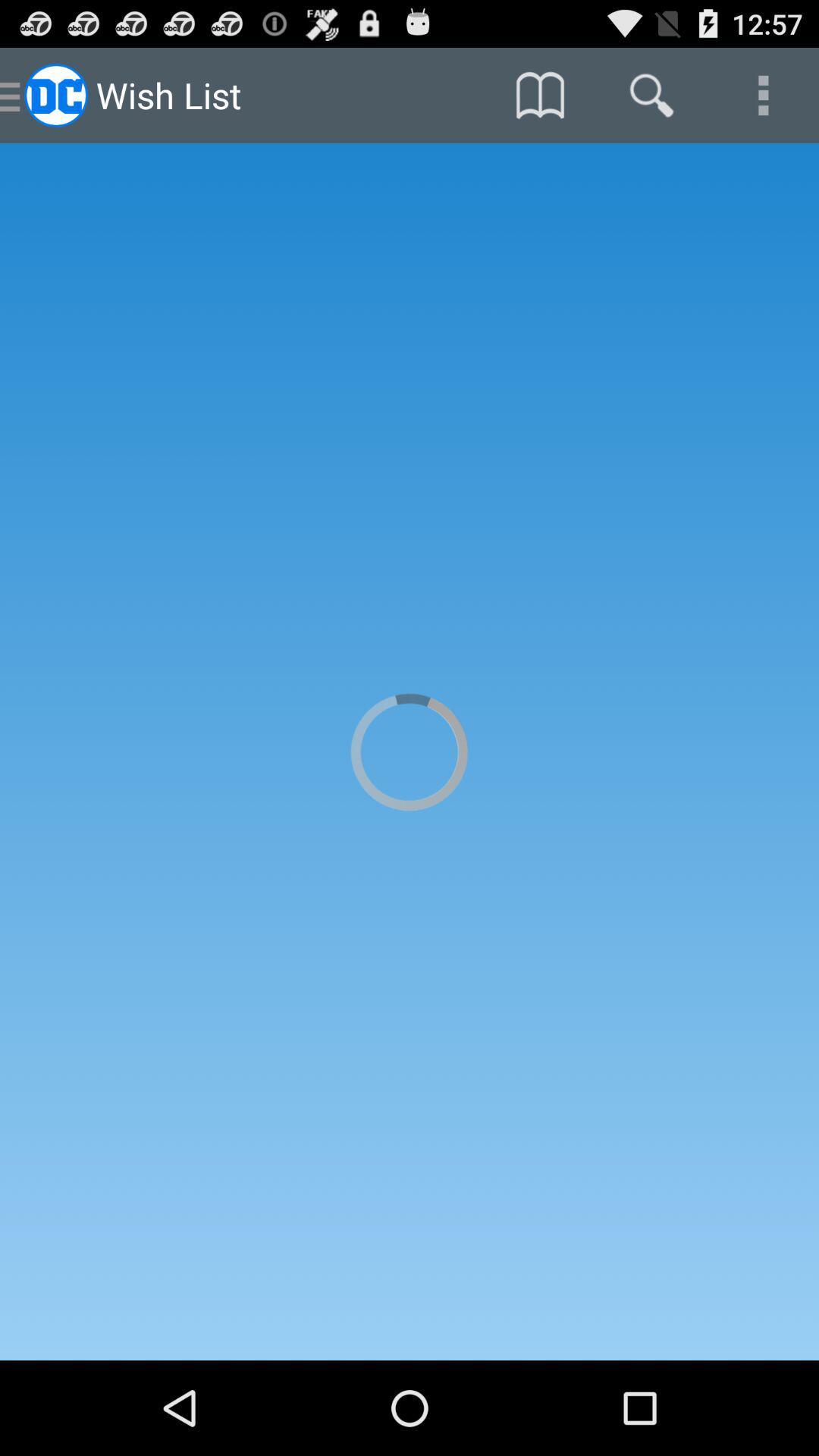  Describe the element at coordinates (651, 94) in the screenshot. I see `the icon above there are no icon` at that location.